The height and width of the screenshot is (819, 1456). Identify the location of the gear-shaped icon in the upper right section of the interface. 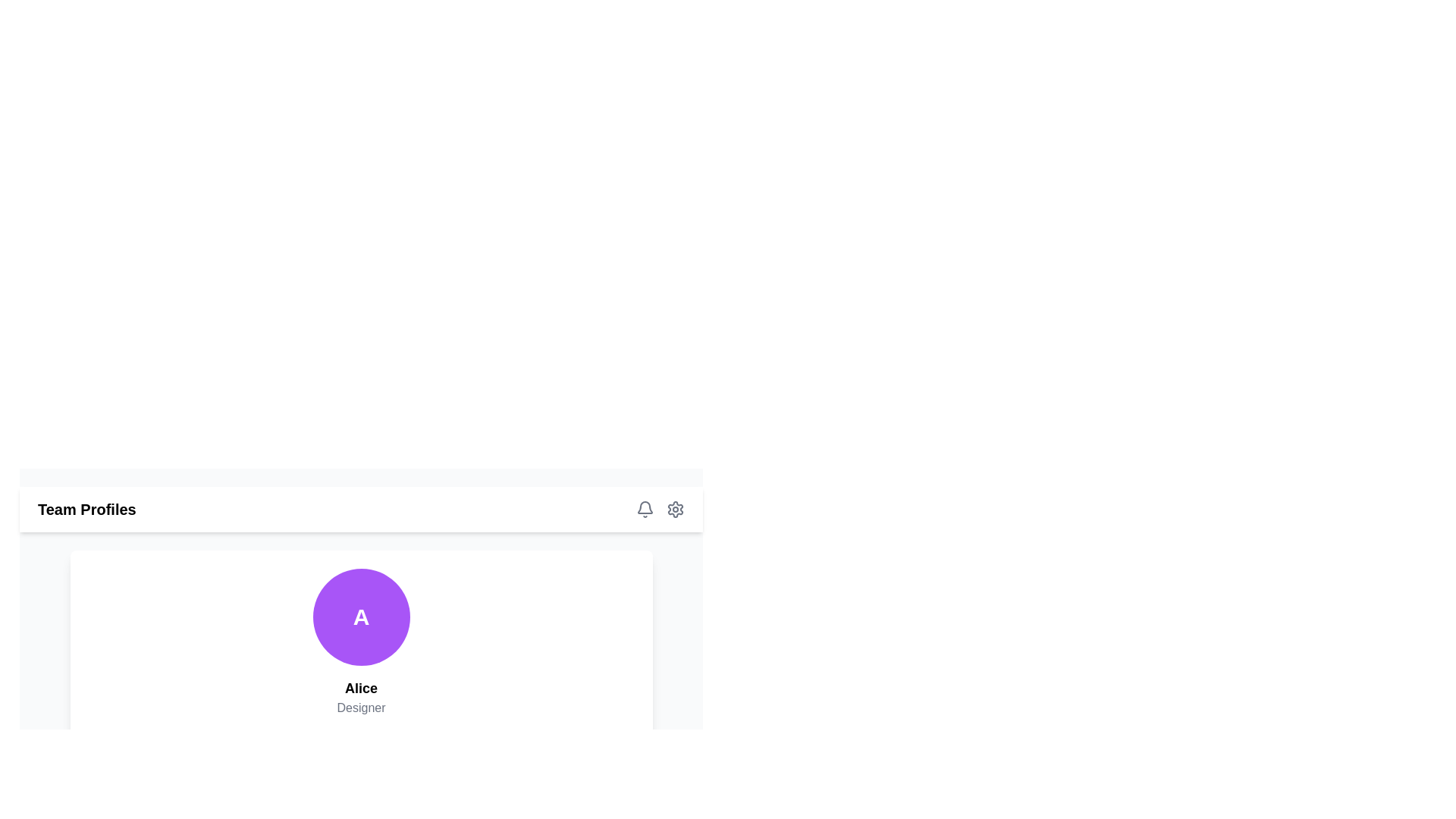
(675, 509).